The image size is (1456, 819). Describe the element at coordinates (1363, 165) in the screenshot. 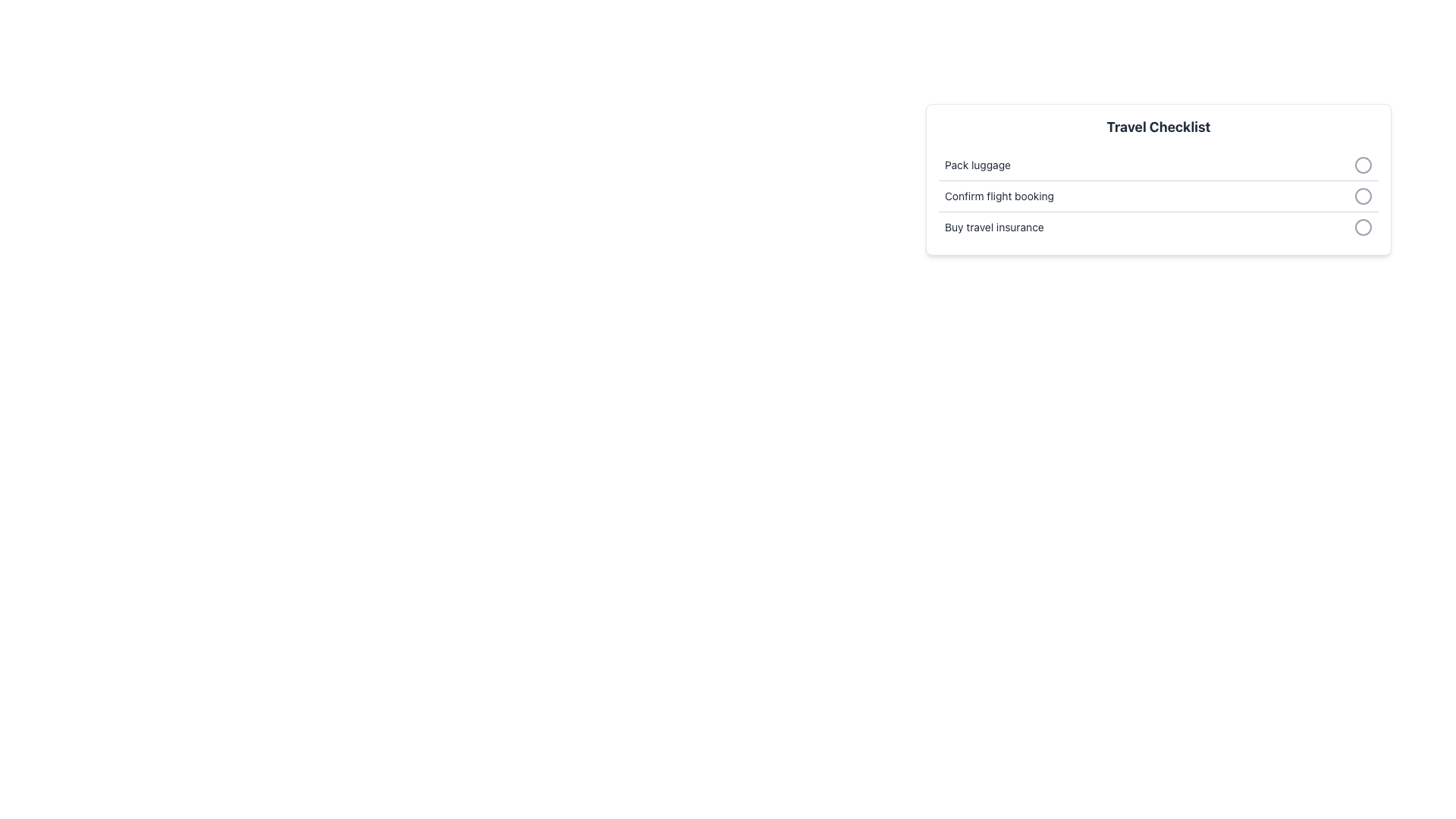

I see `the circular checkbox next to the text 'Pack luggage'` at that location.